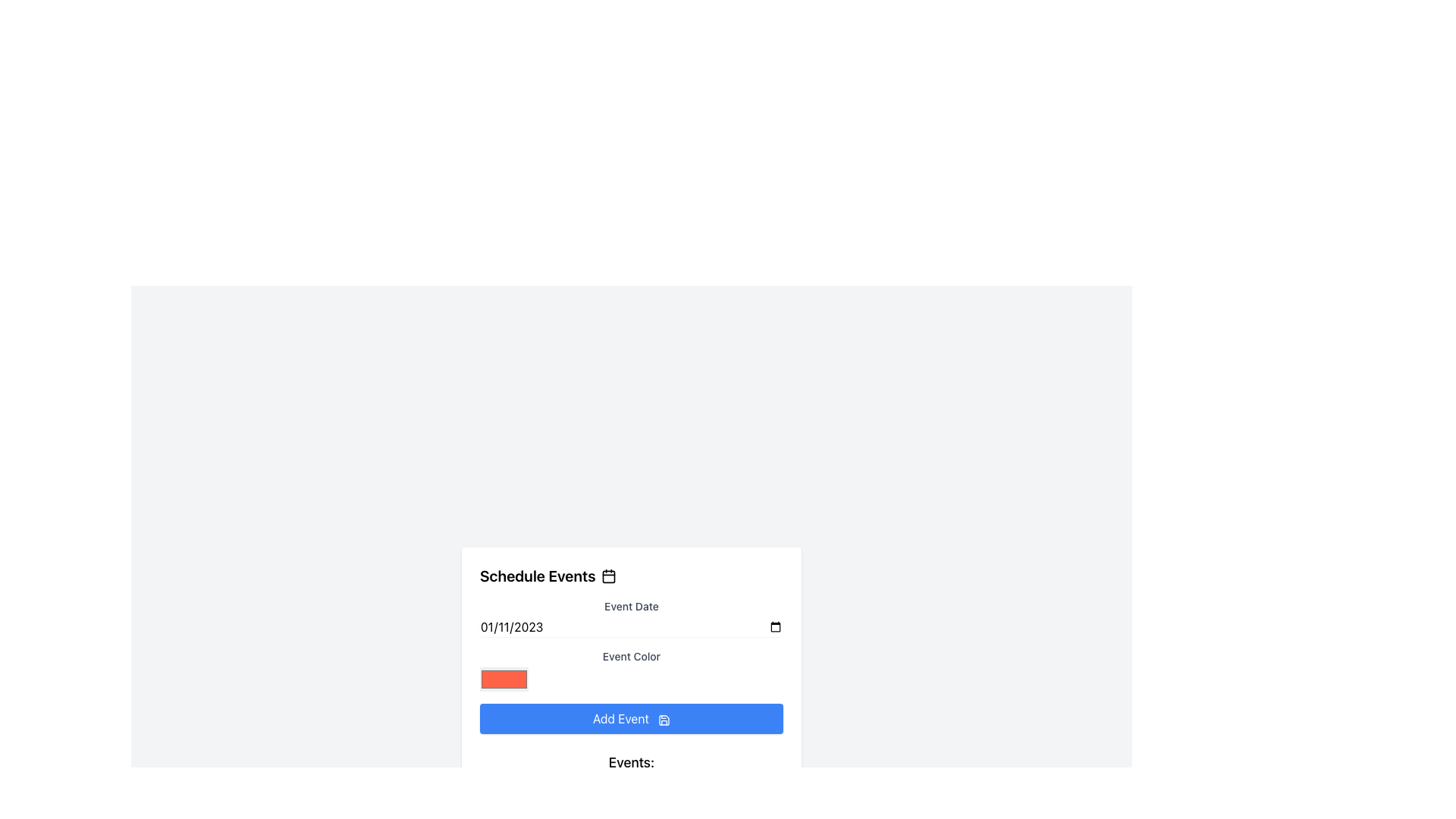 The height and width of the screenshot is (819, 1456). What do you see at coordinates (664, 719) in the screenshot?
I see `the main structure of the save icon located in the middle-right portion of the 'Add Event' button` at bounding box center [664, 719].